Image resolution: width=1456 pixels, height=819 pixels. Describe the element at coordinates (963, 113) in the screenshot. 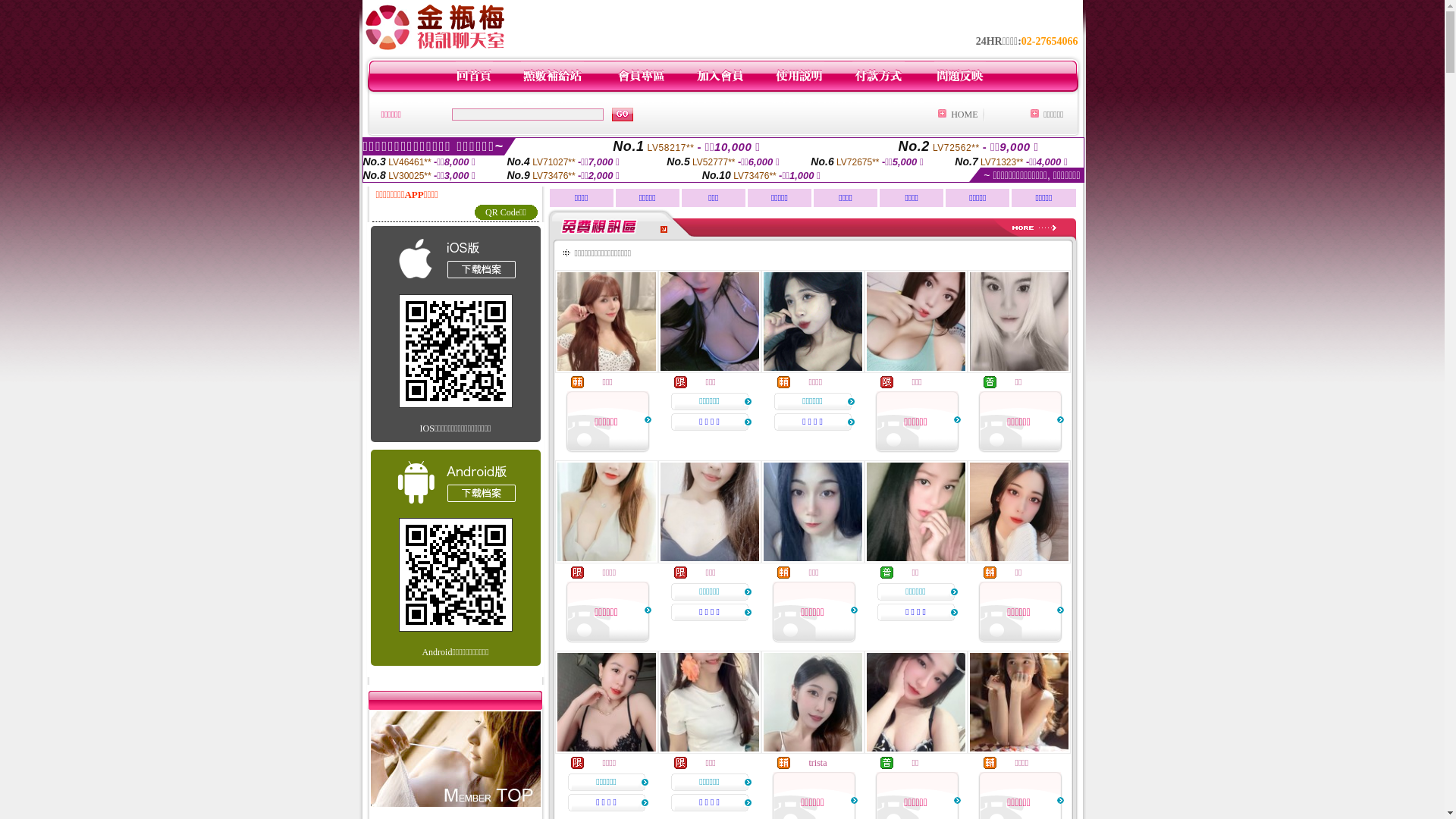

I see `'HOME'` at that location.